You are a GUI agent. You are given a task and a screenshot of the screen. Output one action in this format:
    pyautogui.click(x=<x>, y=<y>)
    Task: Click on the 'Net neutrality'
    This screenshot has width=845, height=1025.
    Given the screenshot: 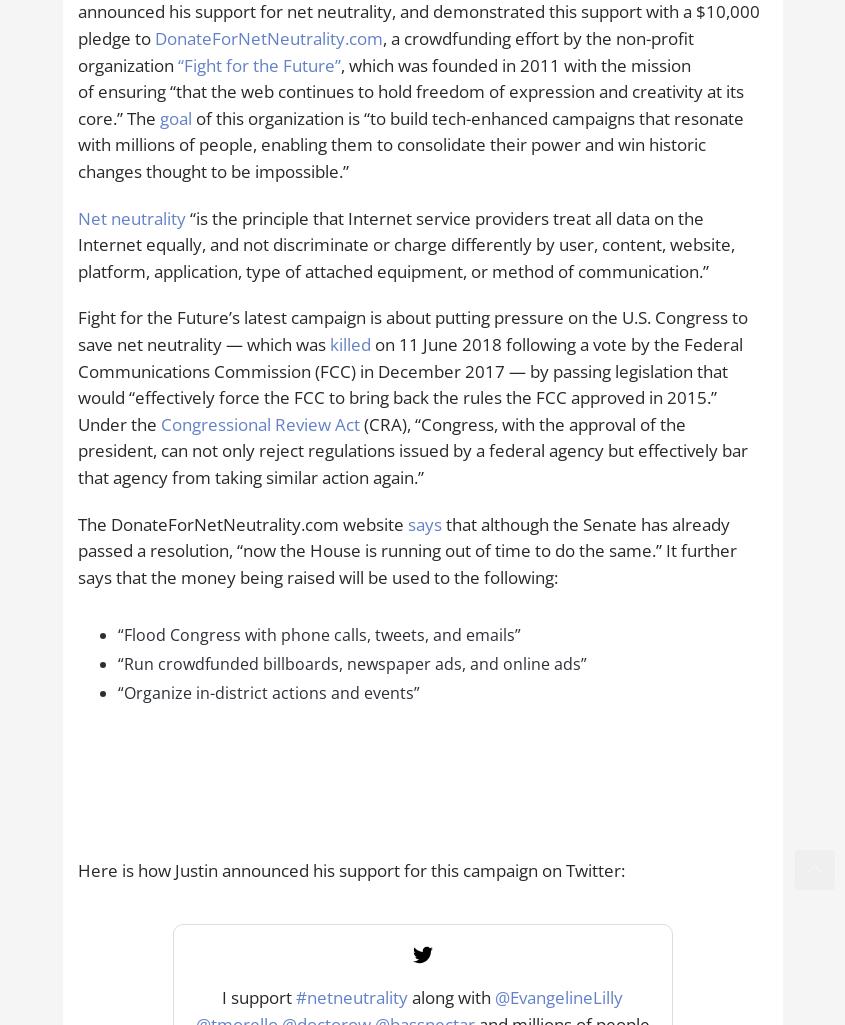 What is the action you would take?
    pyautogui.click(x=75, y=217)
    